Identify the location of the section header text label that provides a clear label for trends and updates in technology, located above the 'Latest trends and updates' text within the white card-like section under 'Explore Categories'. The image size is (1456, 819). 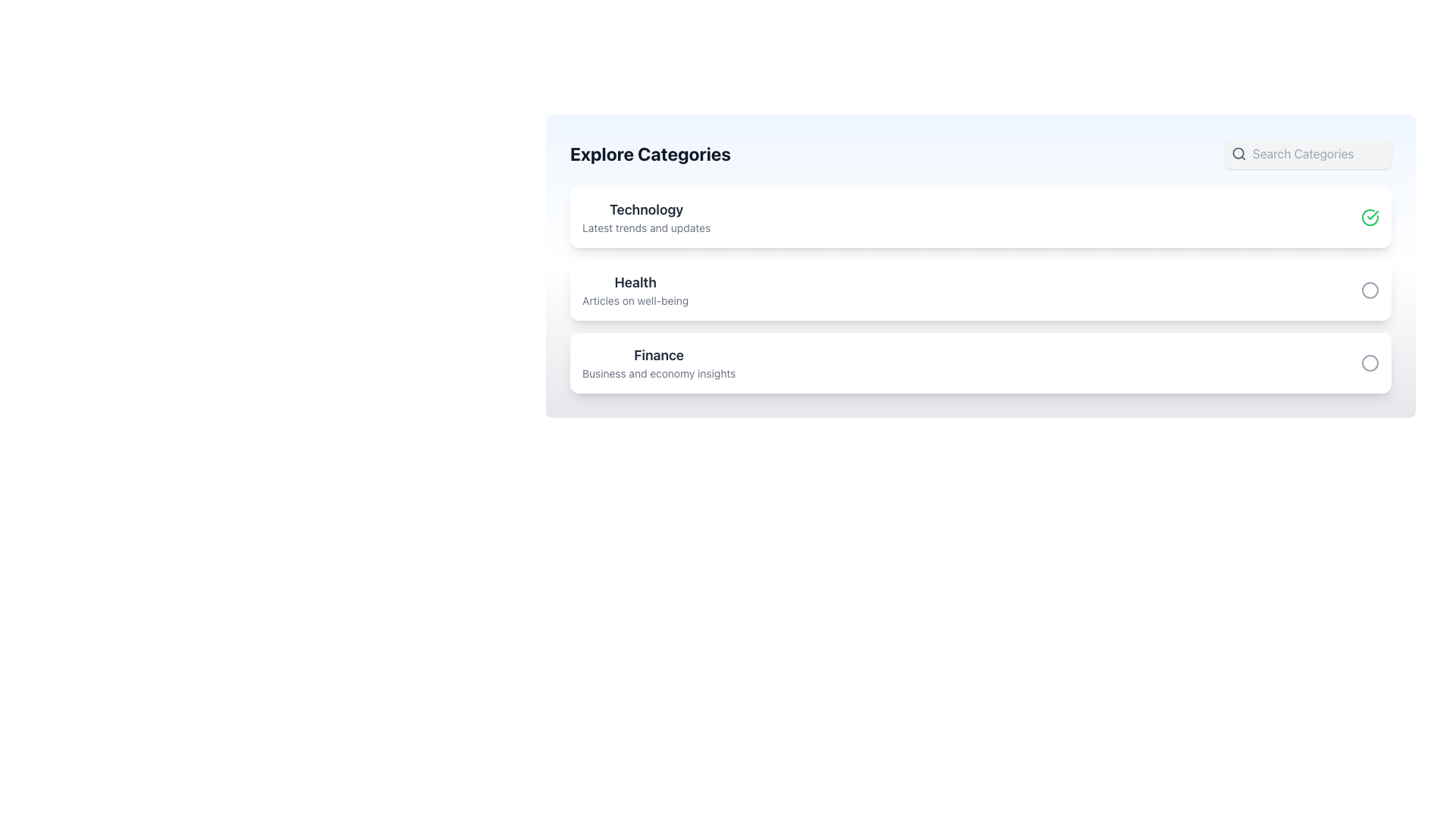
(646, 210).